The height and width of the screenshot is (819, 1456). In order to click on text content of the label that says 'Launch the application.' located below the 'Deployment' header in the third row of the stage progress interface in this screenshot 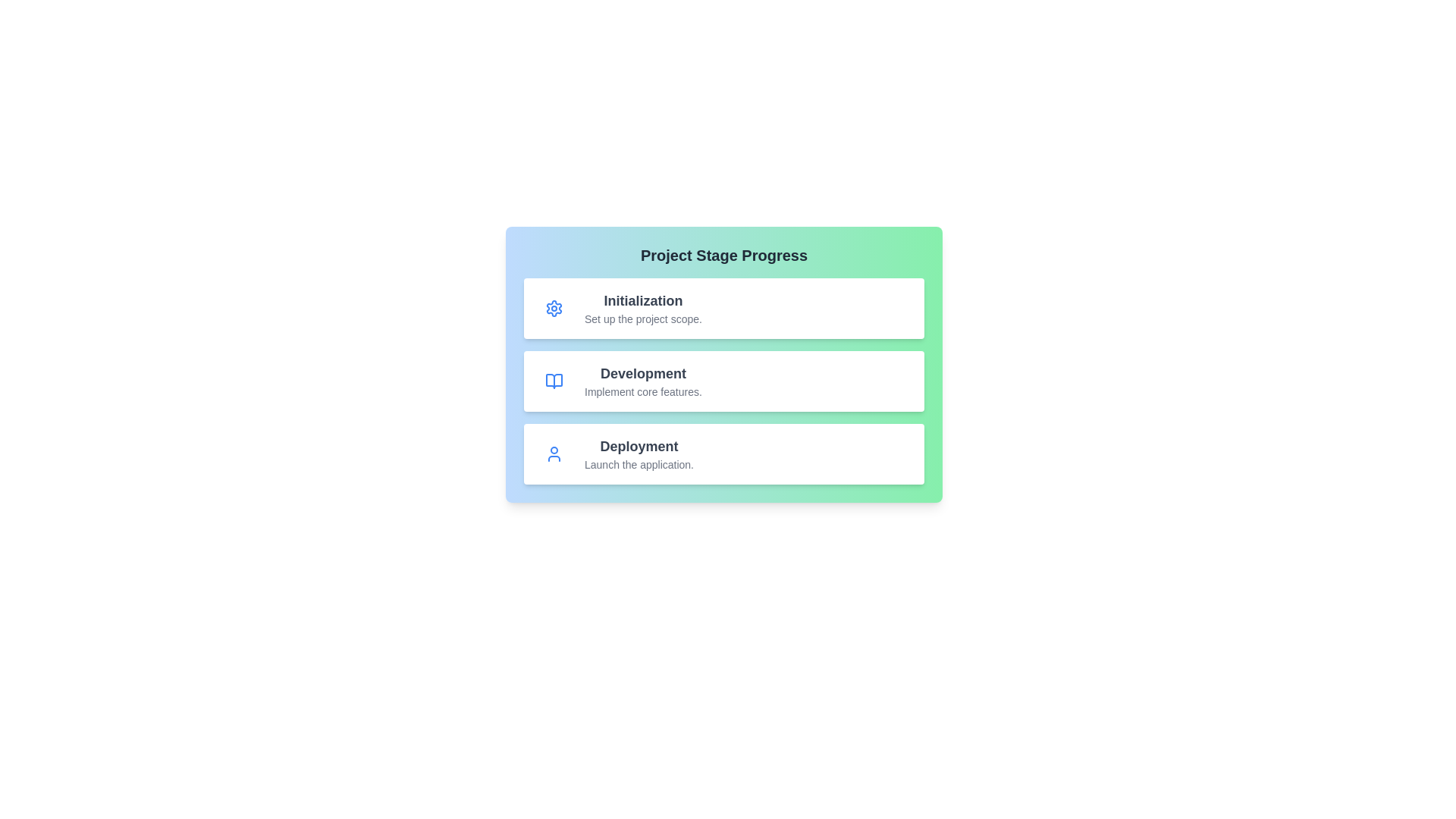, I will do `click(639, 464)`.